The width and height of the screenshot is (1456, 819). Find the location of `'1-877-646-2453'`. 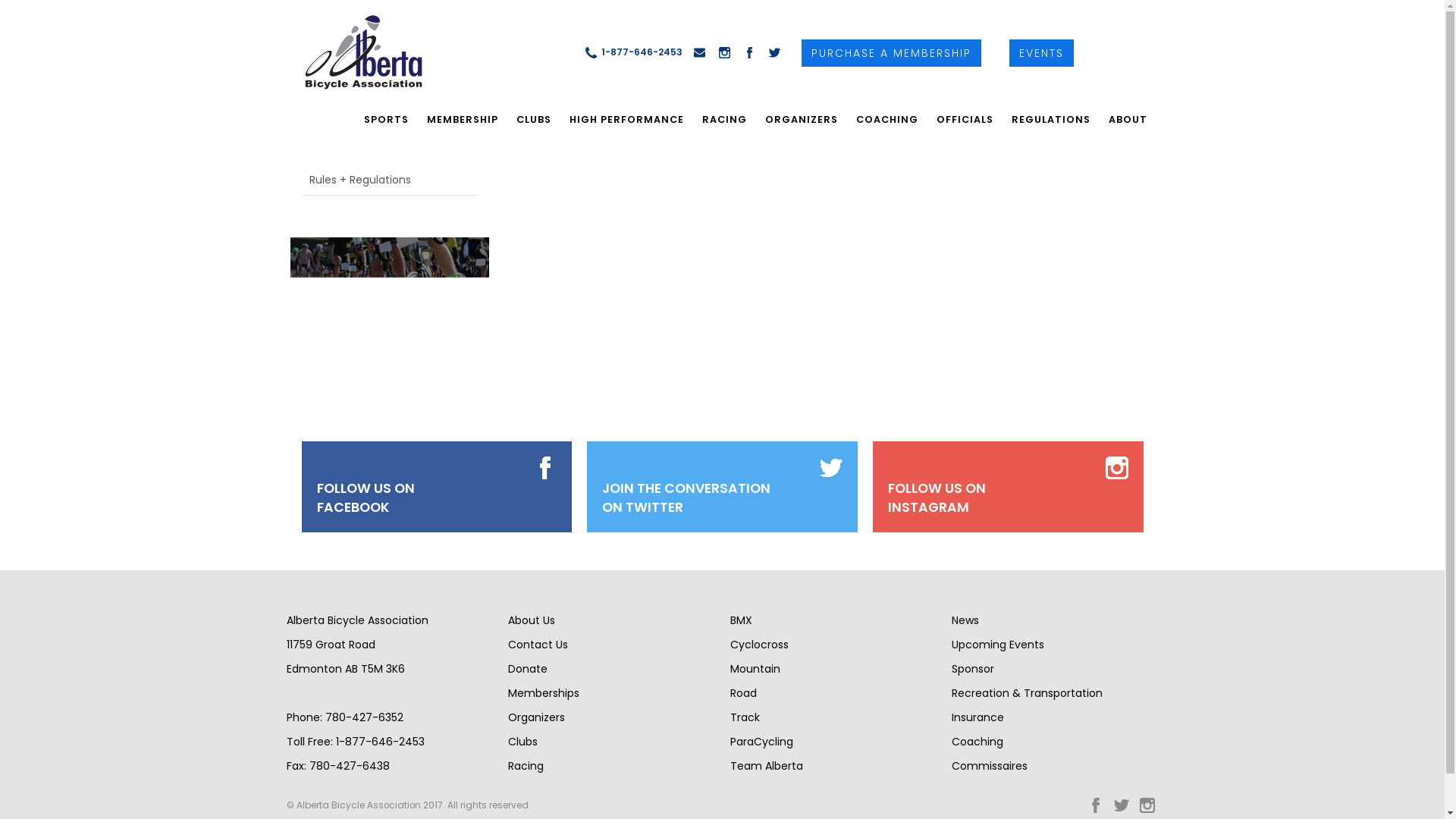

'1-877-646-2453' is located at coordinates (633, 51).